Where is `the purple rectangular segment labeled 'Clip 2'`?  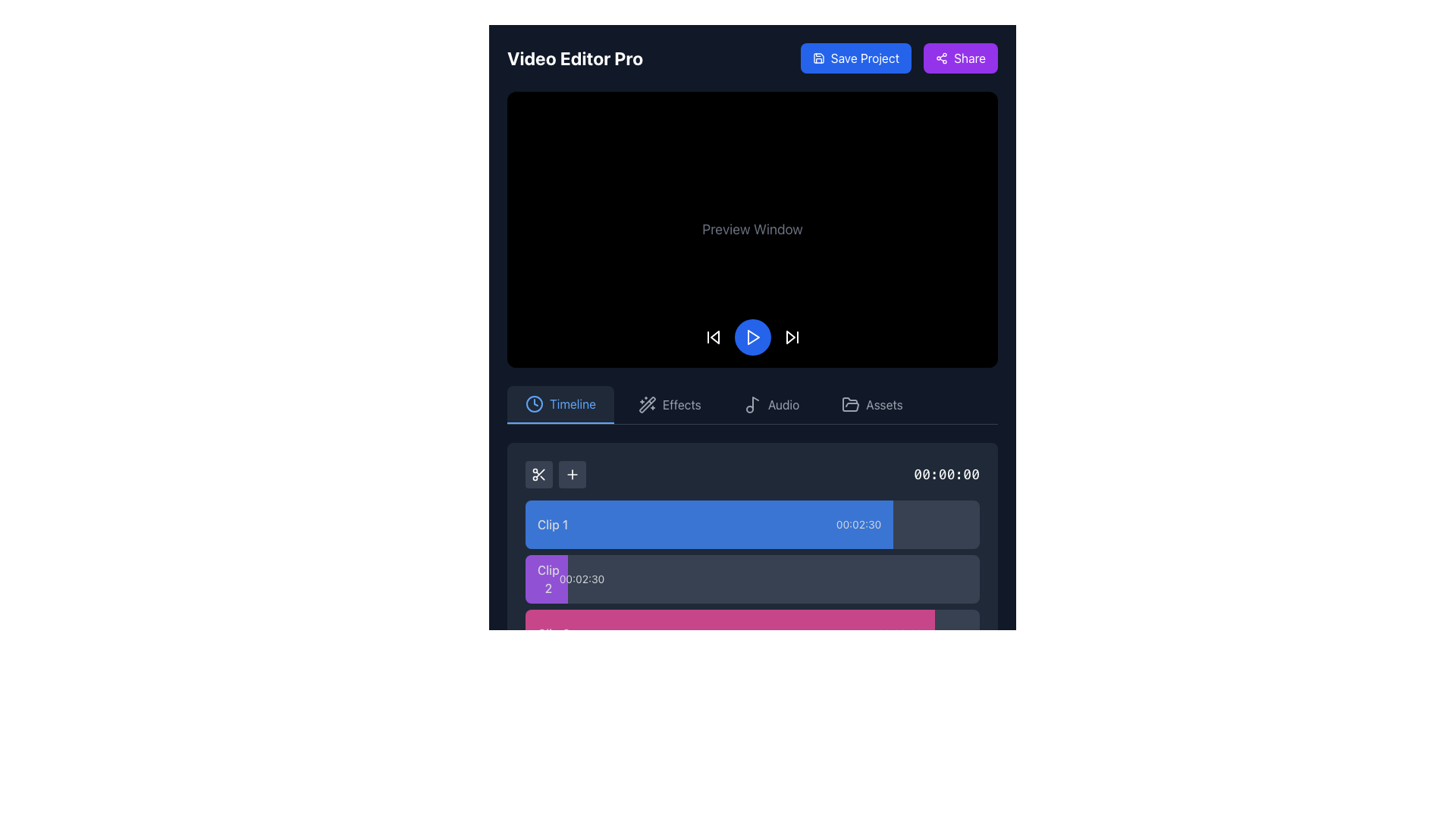
the purple rectangular segment labeled 'Clip 2' is located at coordinates (546, 579).